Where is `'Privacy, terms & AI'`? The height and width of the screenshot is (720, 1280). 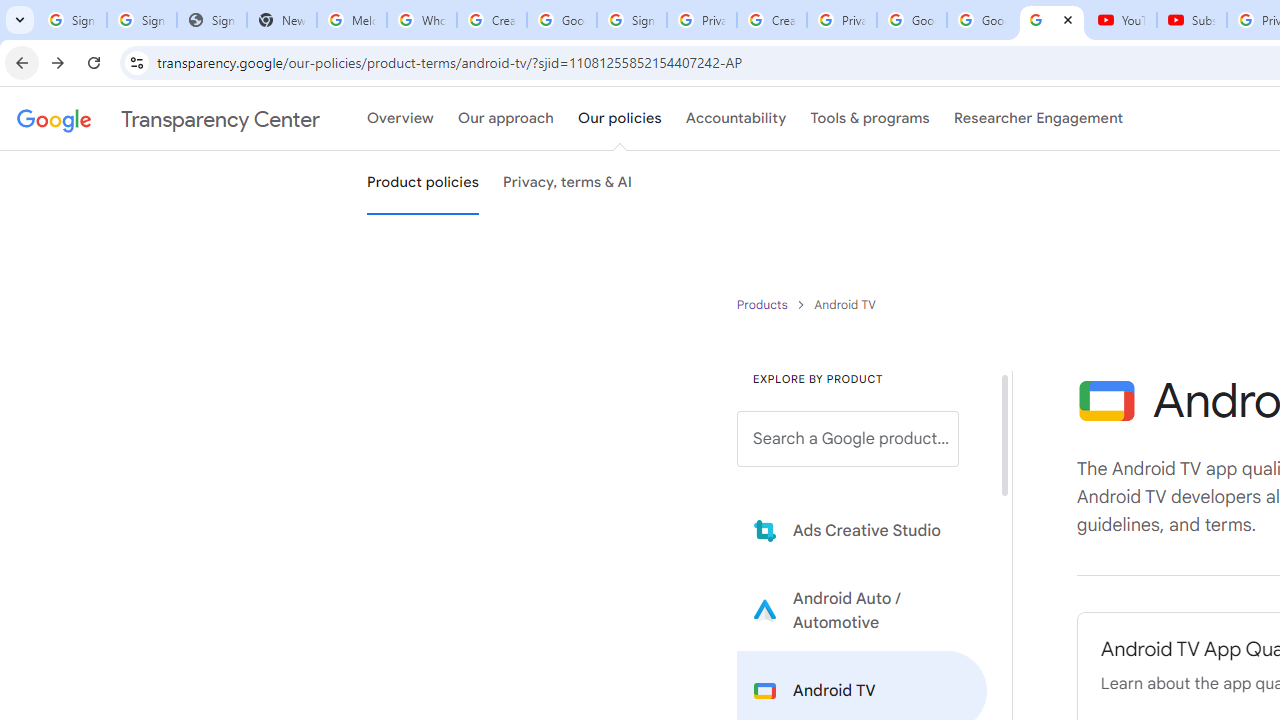 'Privacy, terms & AI' is located at coordinates (567, 183).